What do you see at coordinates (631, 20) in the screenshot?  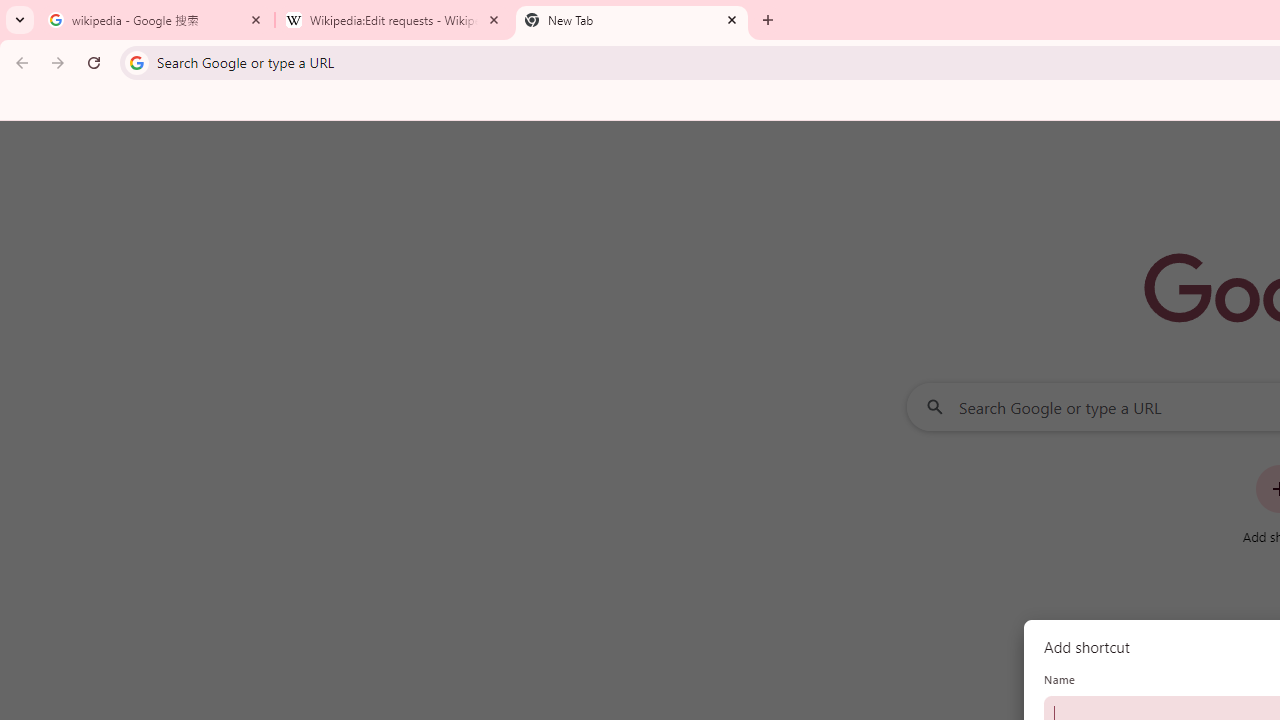 I see `'New Tab'` at bounding box center [631, 20].